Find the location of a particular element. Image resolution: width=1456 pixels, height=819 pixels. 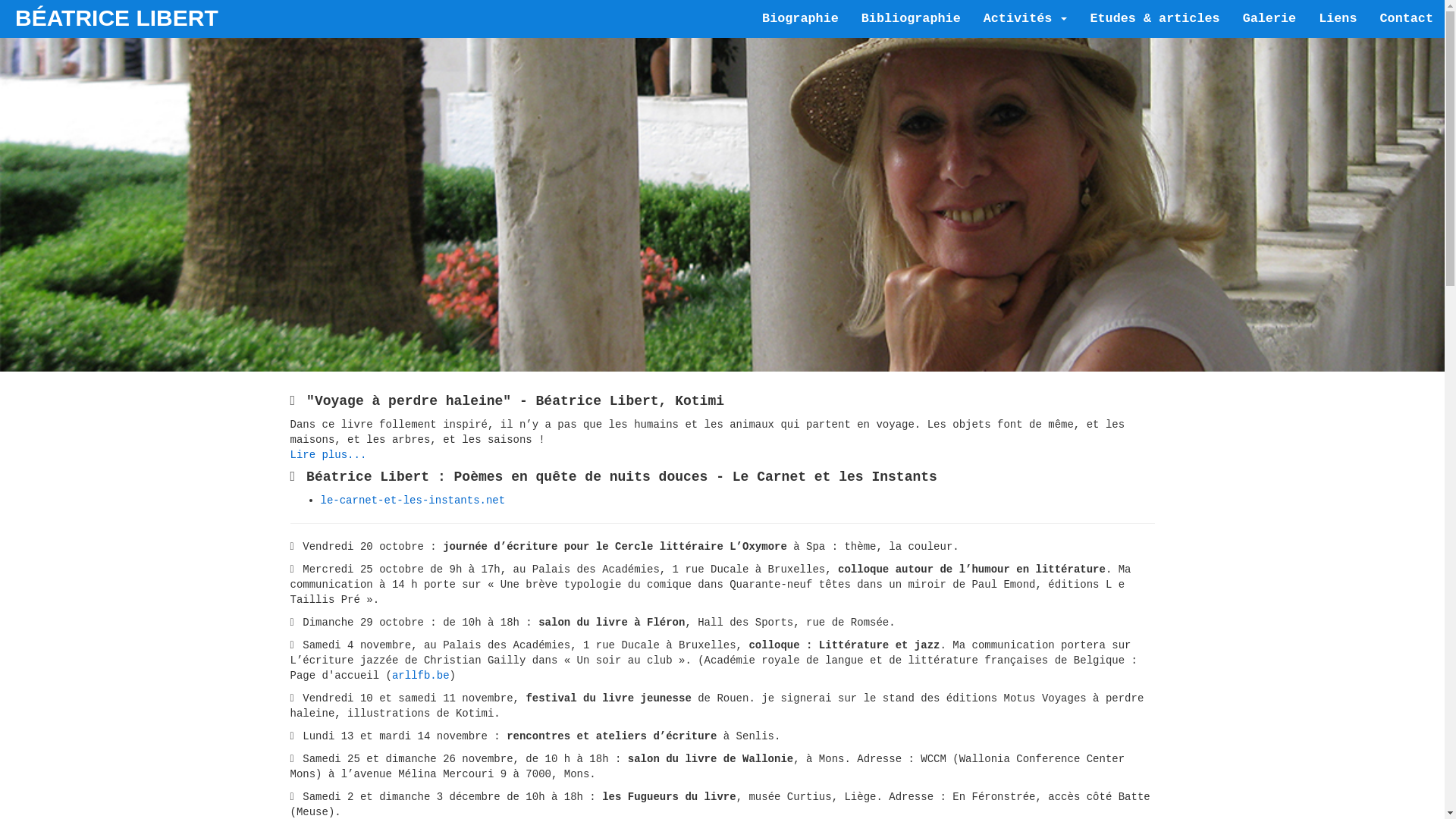

'Bibliographie' is located at coordinates (910, 18).